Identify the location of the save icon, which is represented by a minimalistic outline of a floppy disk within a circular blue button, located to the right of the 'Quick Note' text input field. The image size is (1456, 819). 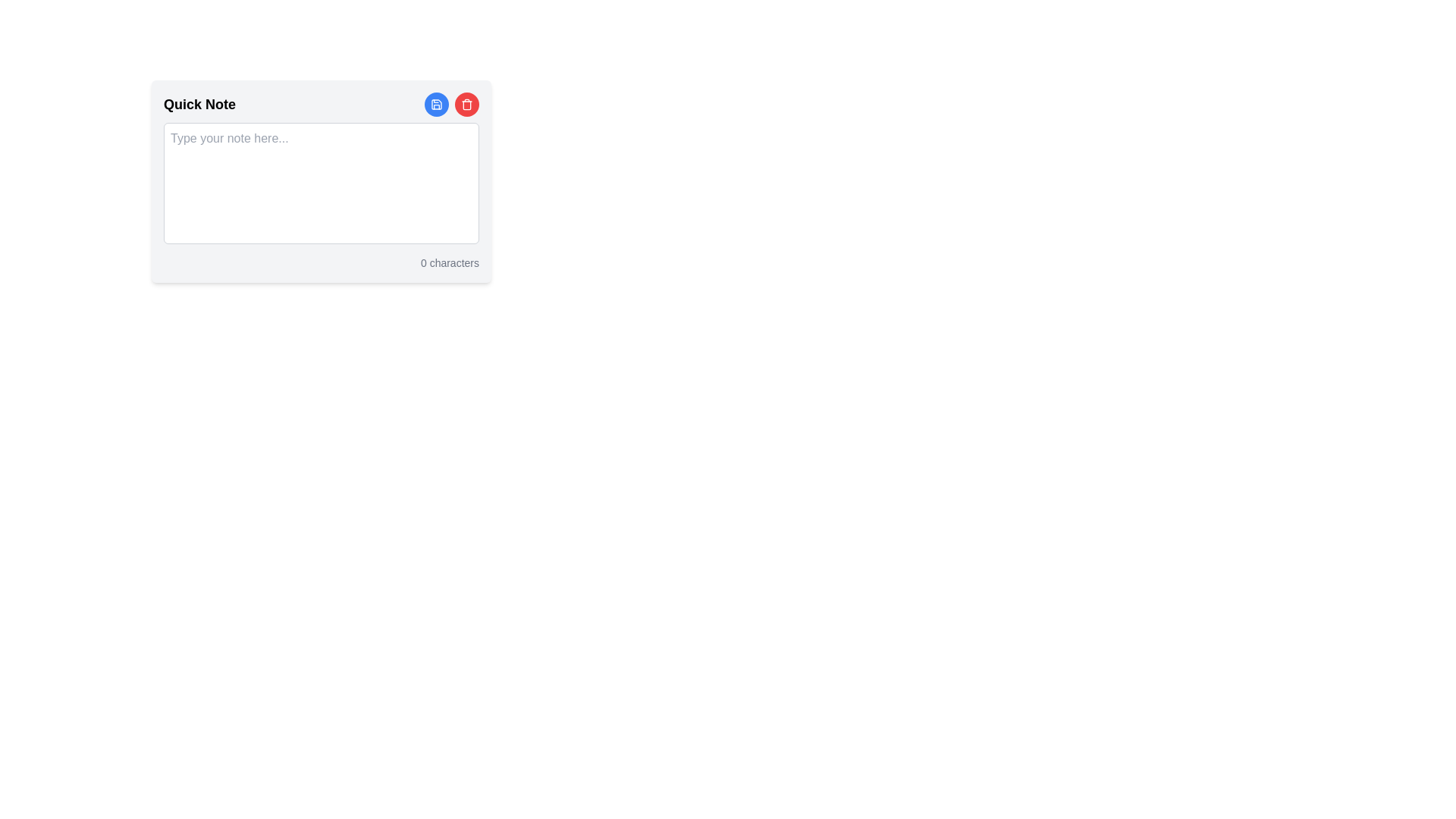
(436, 104).